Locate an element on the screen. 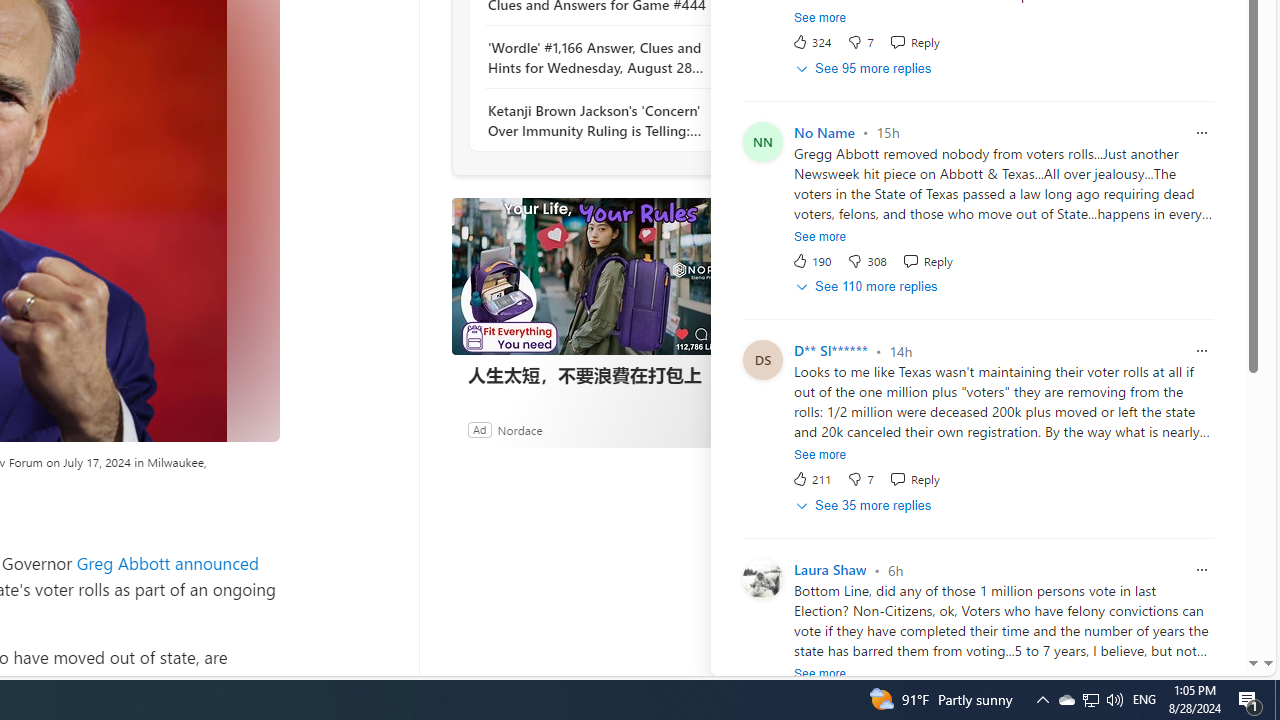 This screenshot has width=1280, height=720. 'No Name' is located at coordinates (824, 132).